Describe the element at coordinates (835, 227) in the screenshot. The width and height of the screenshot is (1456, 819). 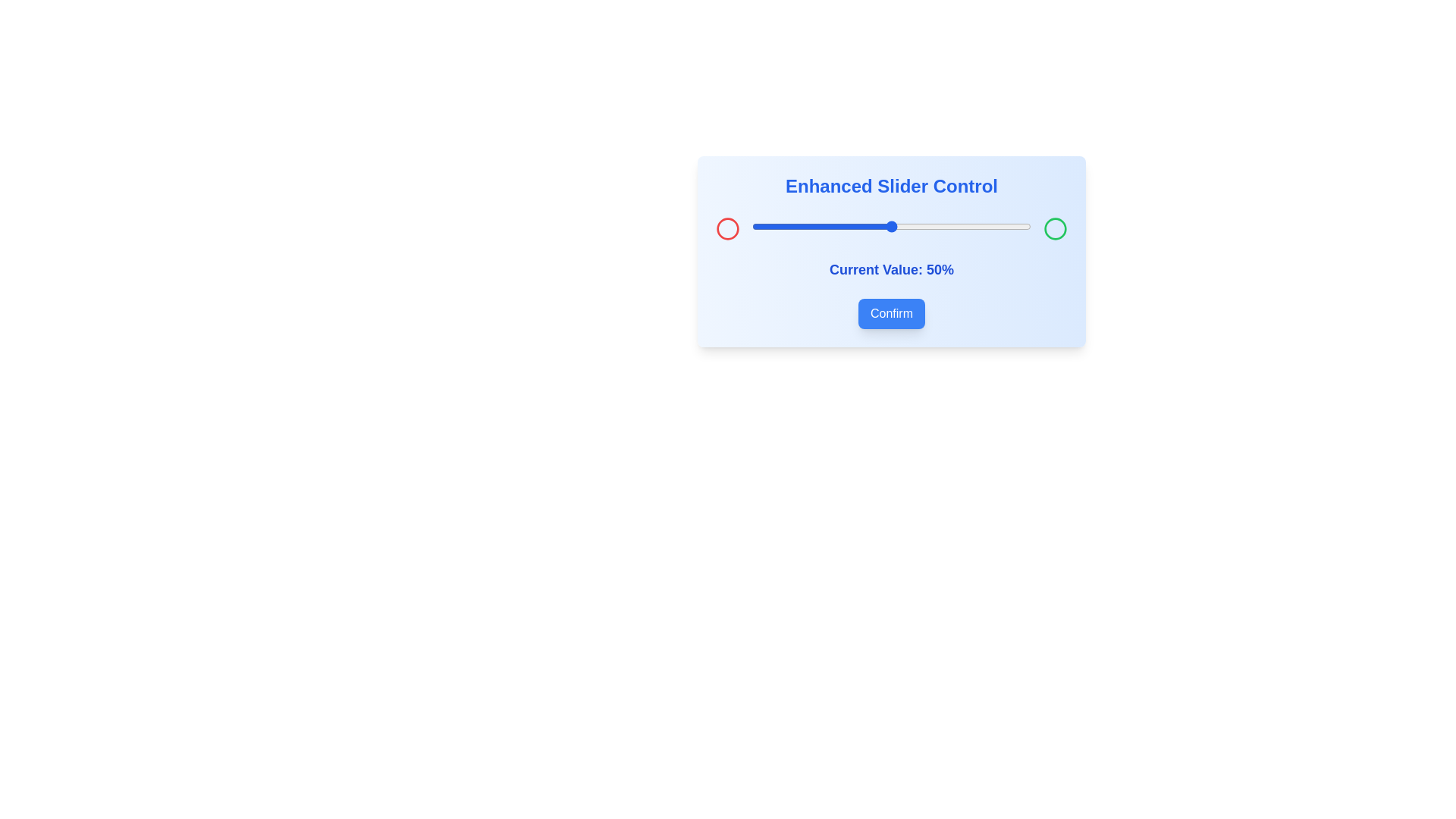
I see `the slider` at that location.